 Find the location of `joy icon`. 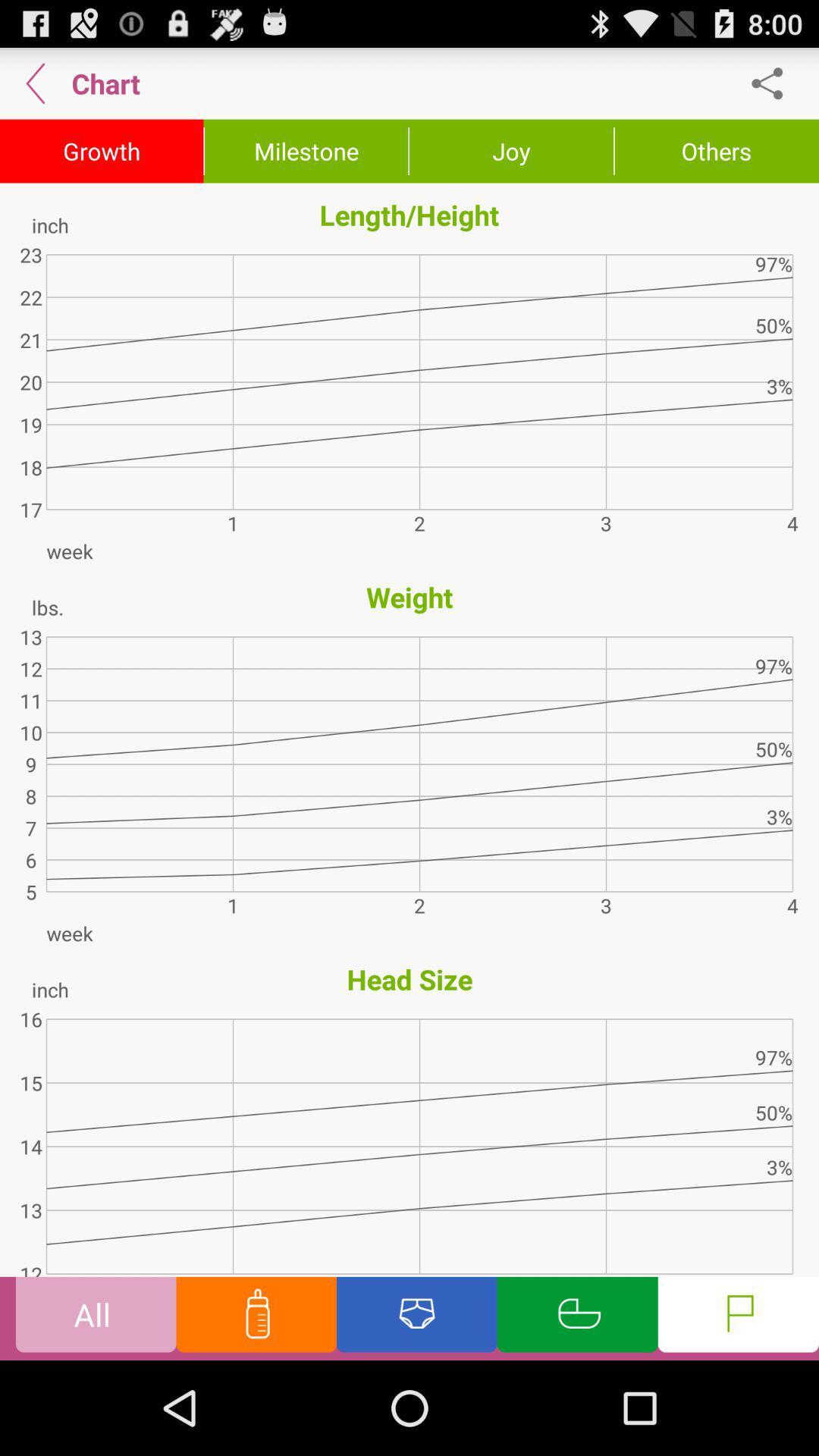

joy icon is located at coordinates (511, 151).